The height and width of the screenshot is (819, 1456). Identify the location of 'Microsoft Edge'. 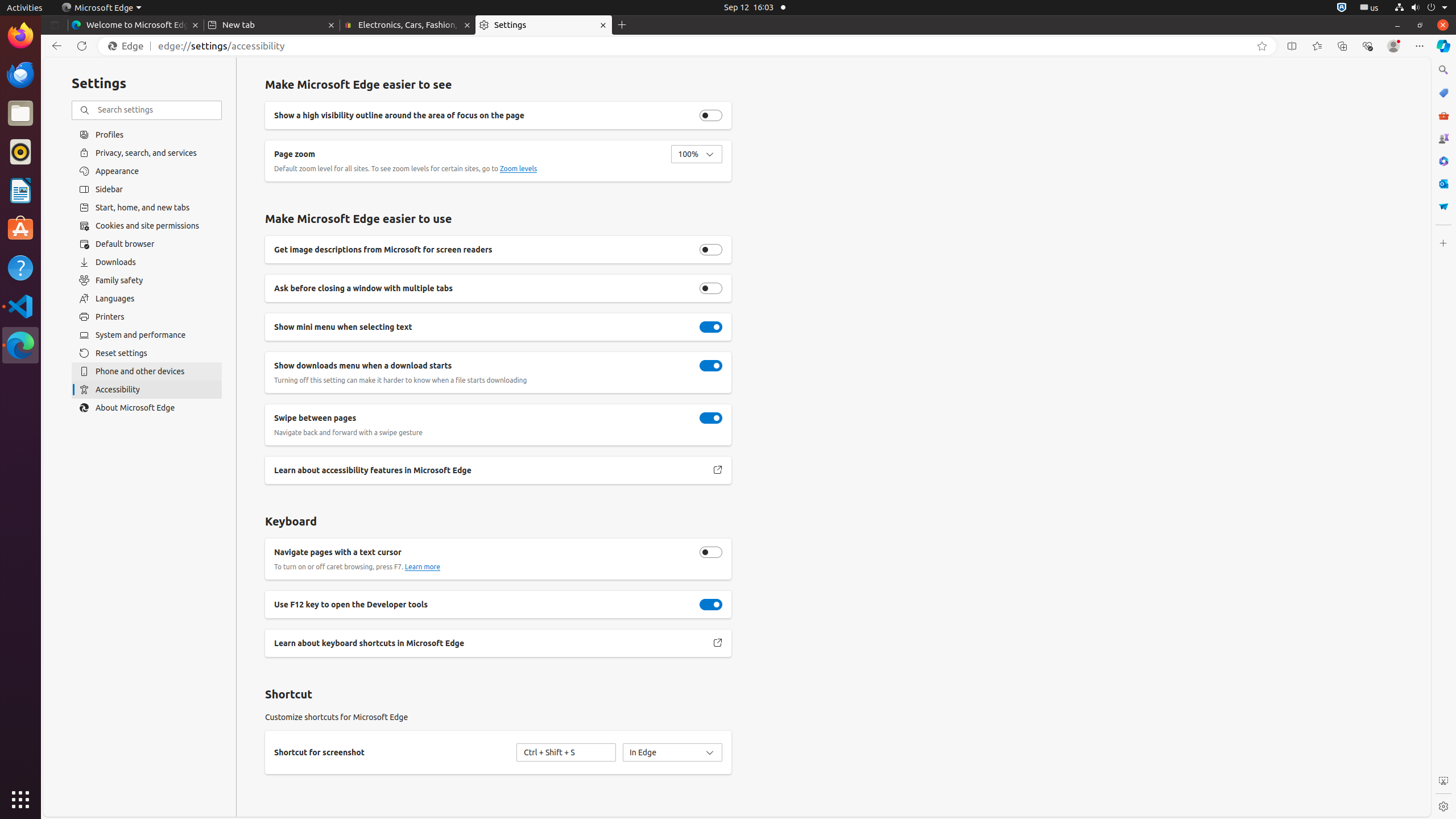
(101, 7).